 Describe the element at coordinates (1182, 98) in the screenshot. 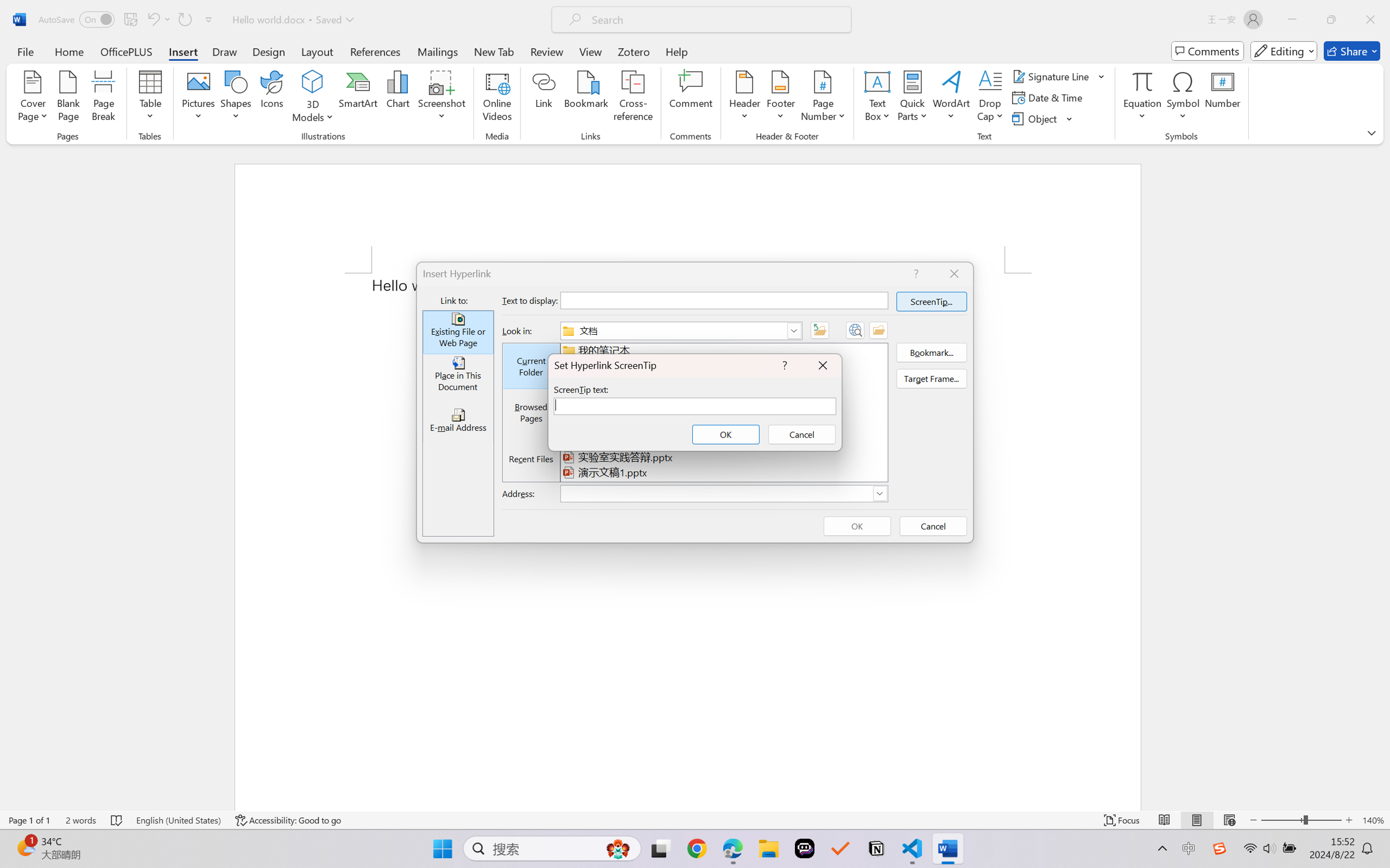

I see `'Symbol'` at that location.